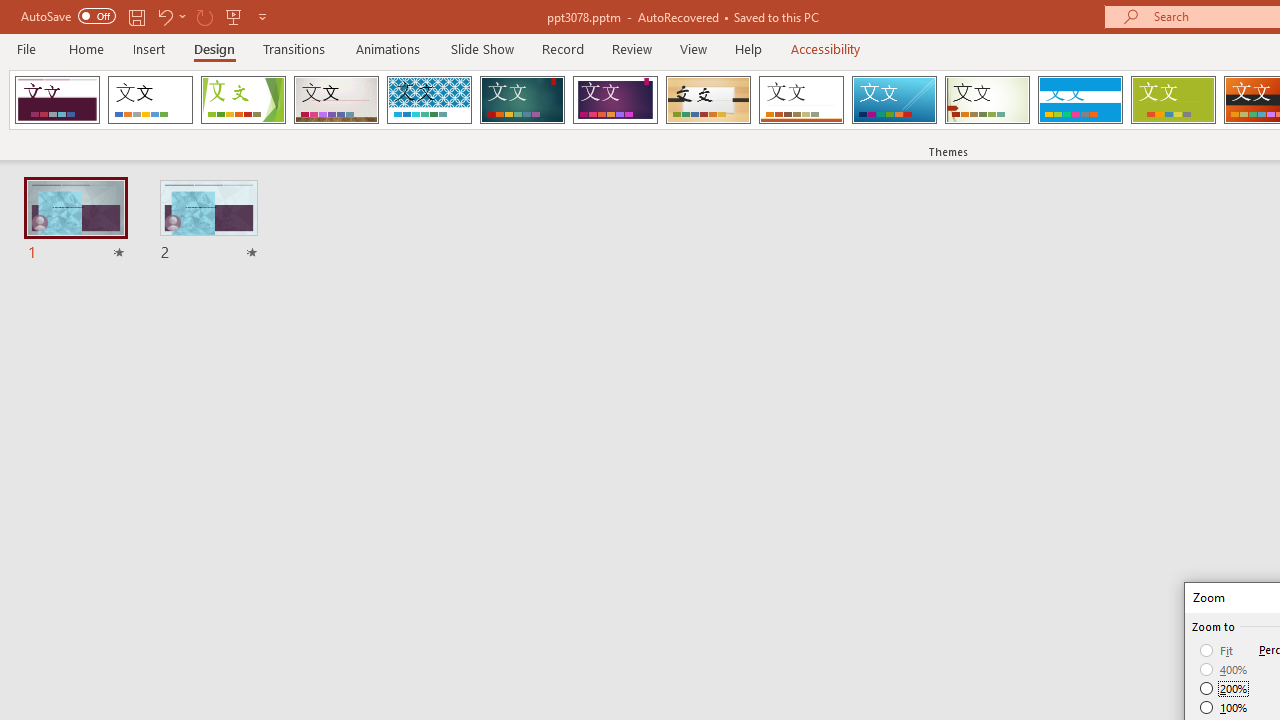 The image size is (1280, 720). Describe the element at coordinates (614, 100) in the screenshot. I see `'Ion Boardroom'` at that location.